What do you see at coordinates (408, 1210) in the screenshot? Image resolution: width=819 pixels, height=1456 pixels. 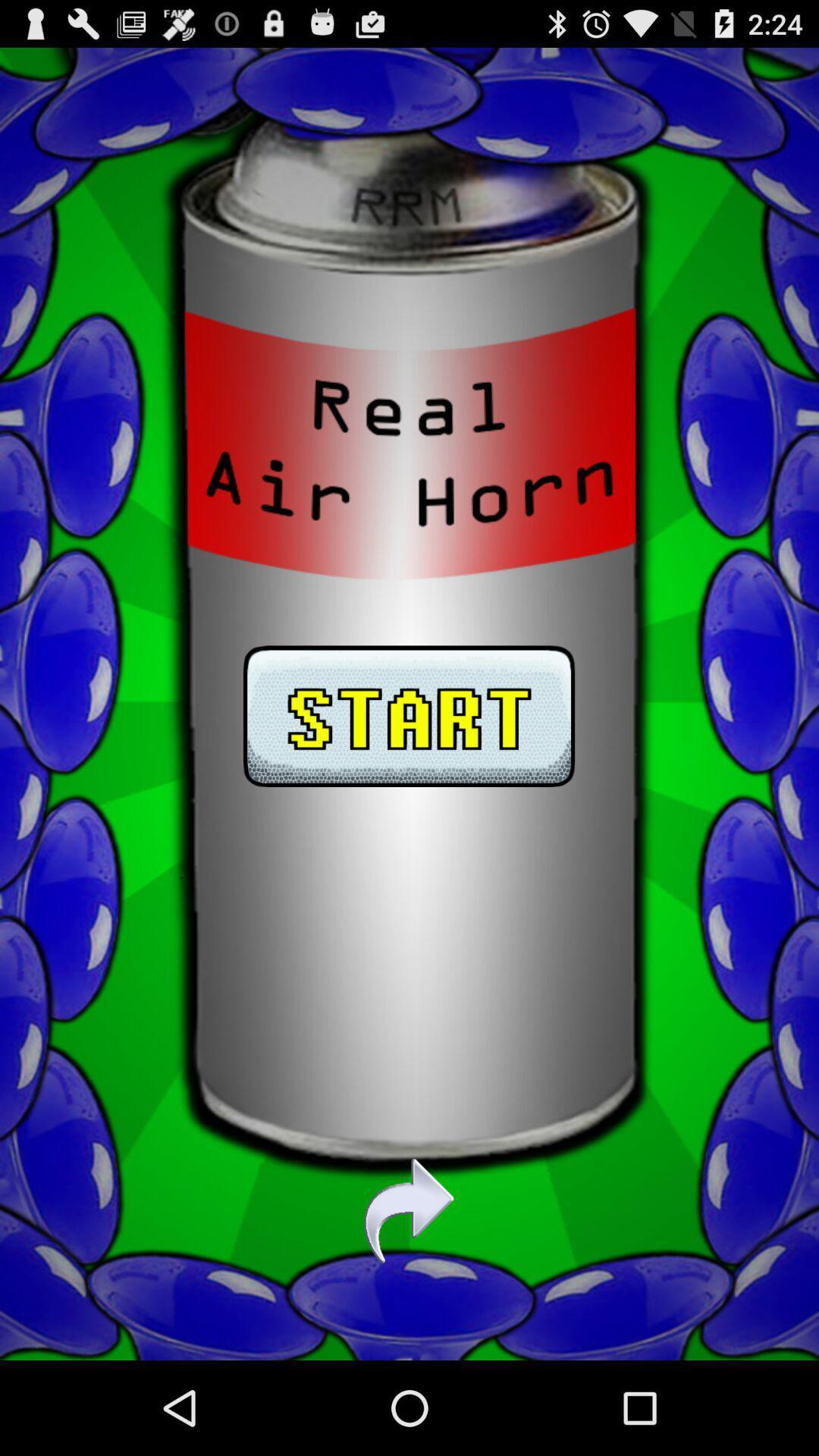 I see `the icon at the bottom` at bounding box center [408, 1210].